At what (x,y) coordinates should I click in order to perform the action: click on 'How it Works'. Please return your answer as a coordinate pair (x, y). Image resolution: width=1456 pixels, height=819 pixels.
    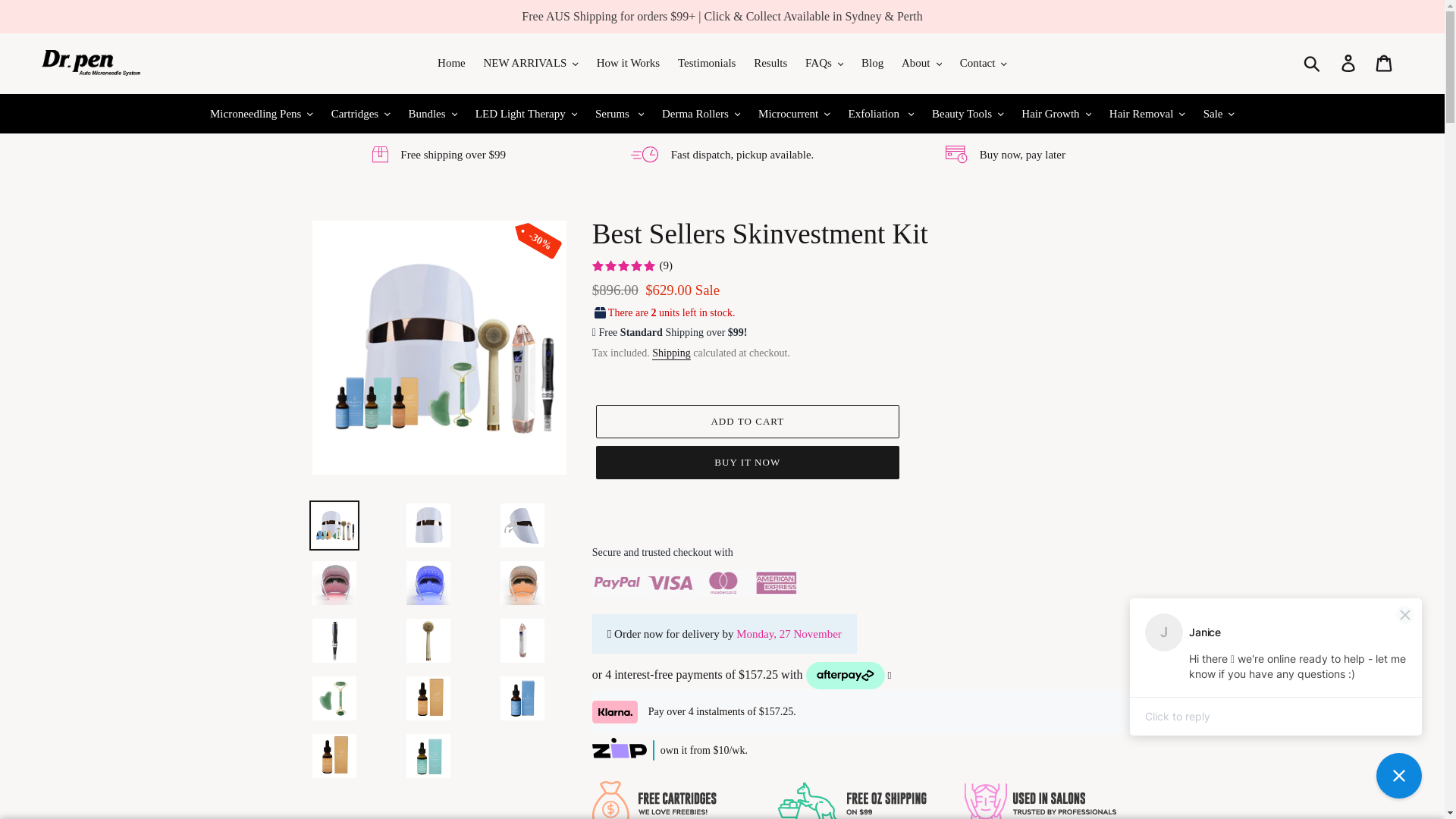
    Looking at the image, I should click on (629, 62).